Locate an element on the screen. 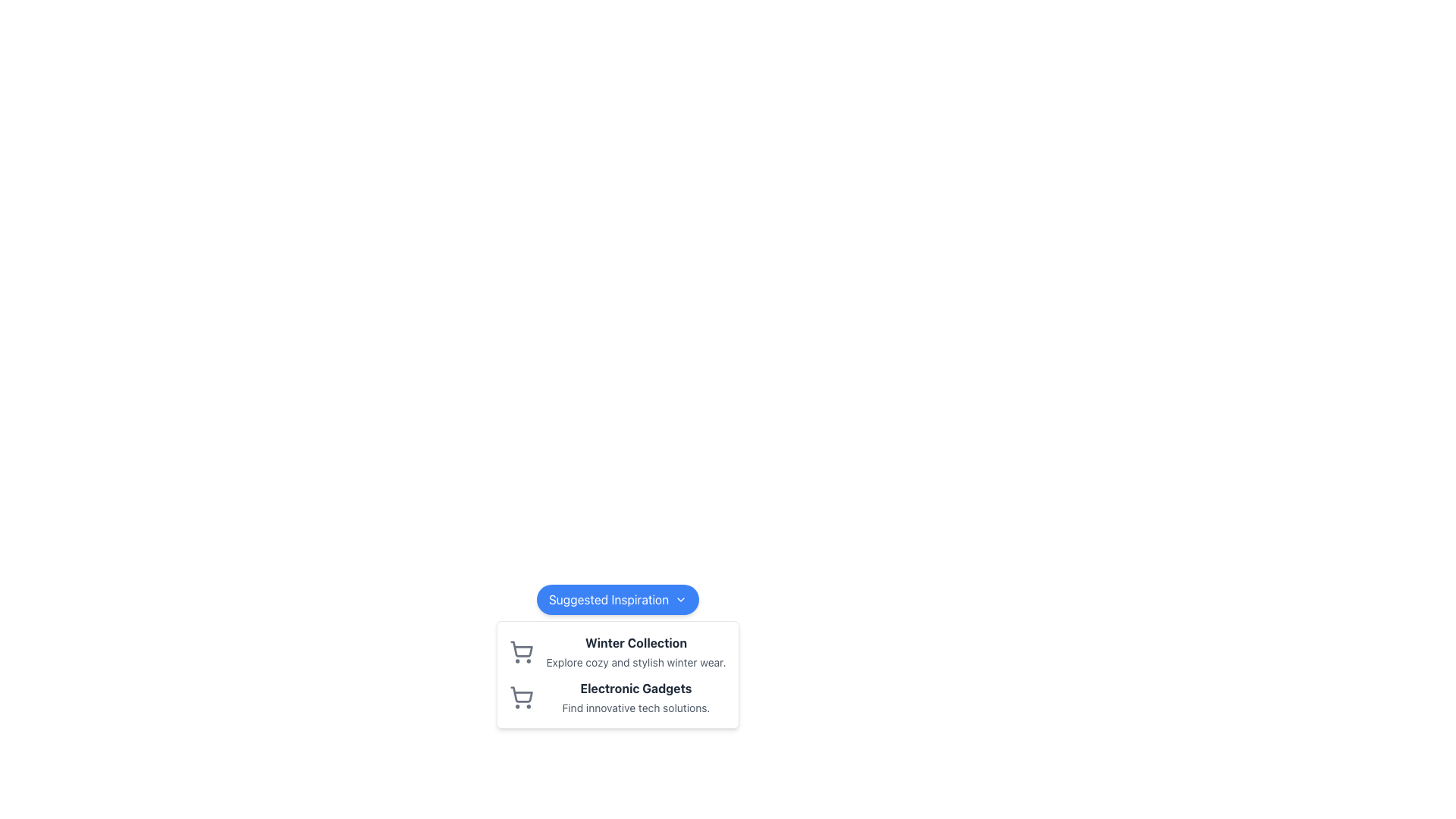  the Text Label element containing 'Electronic Gadgets' styled in bold, positioned above the description 'Find innovative tech solutions.' is located at coordinates (636, 688).